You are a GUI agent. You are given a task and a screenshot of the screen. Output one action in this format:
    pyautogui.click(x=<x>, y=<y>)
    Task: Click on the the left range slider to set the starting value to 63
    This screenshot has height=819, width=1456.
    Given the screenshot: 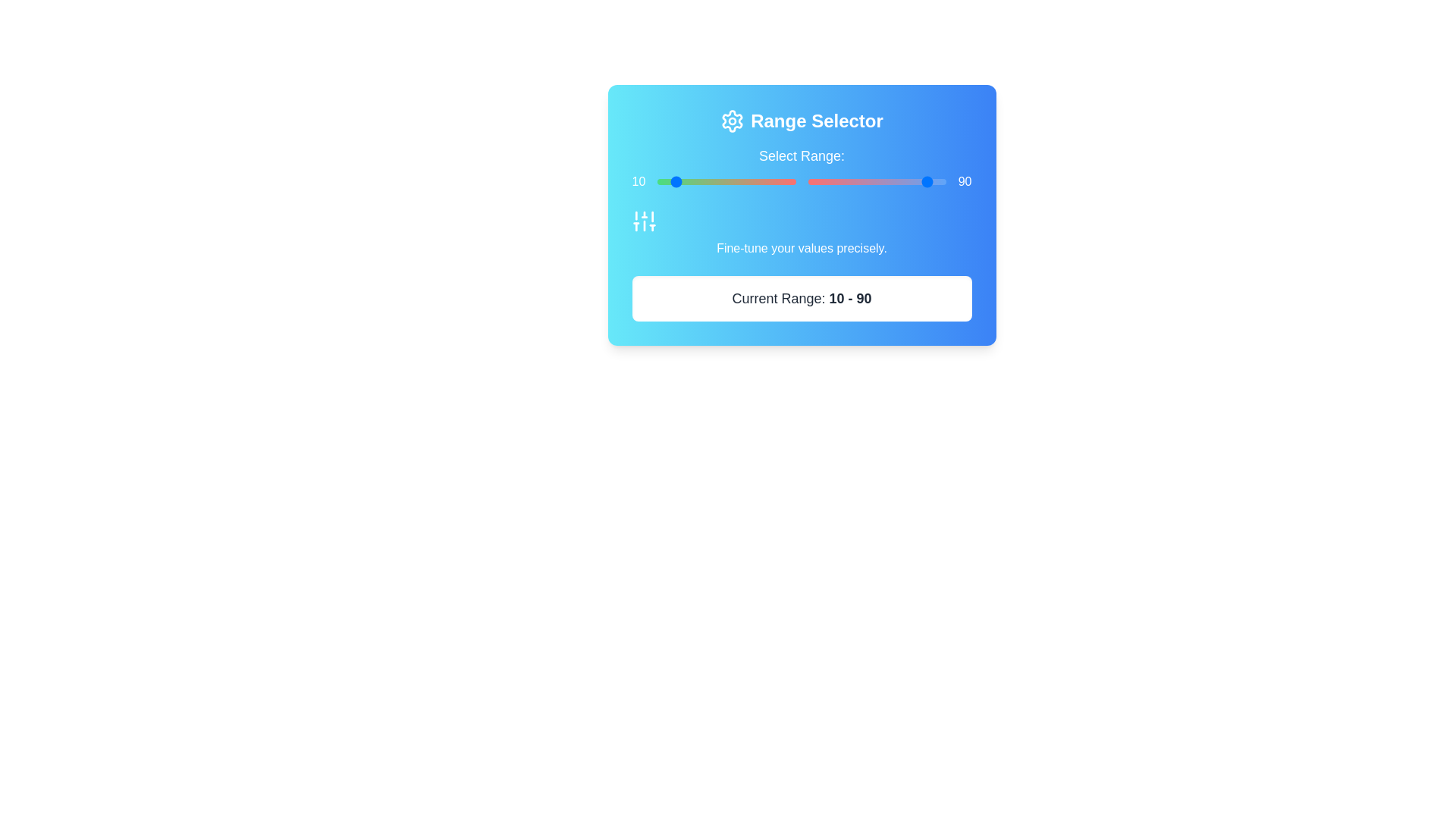 What is the action you would take?
    pyautogui.click(x=745, y=180)
    